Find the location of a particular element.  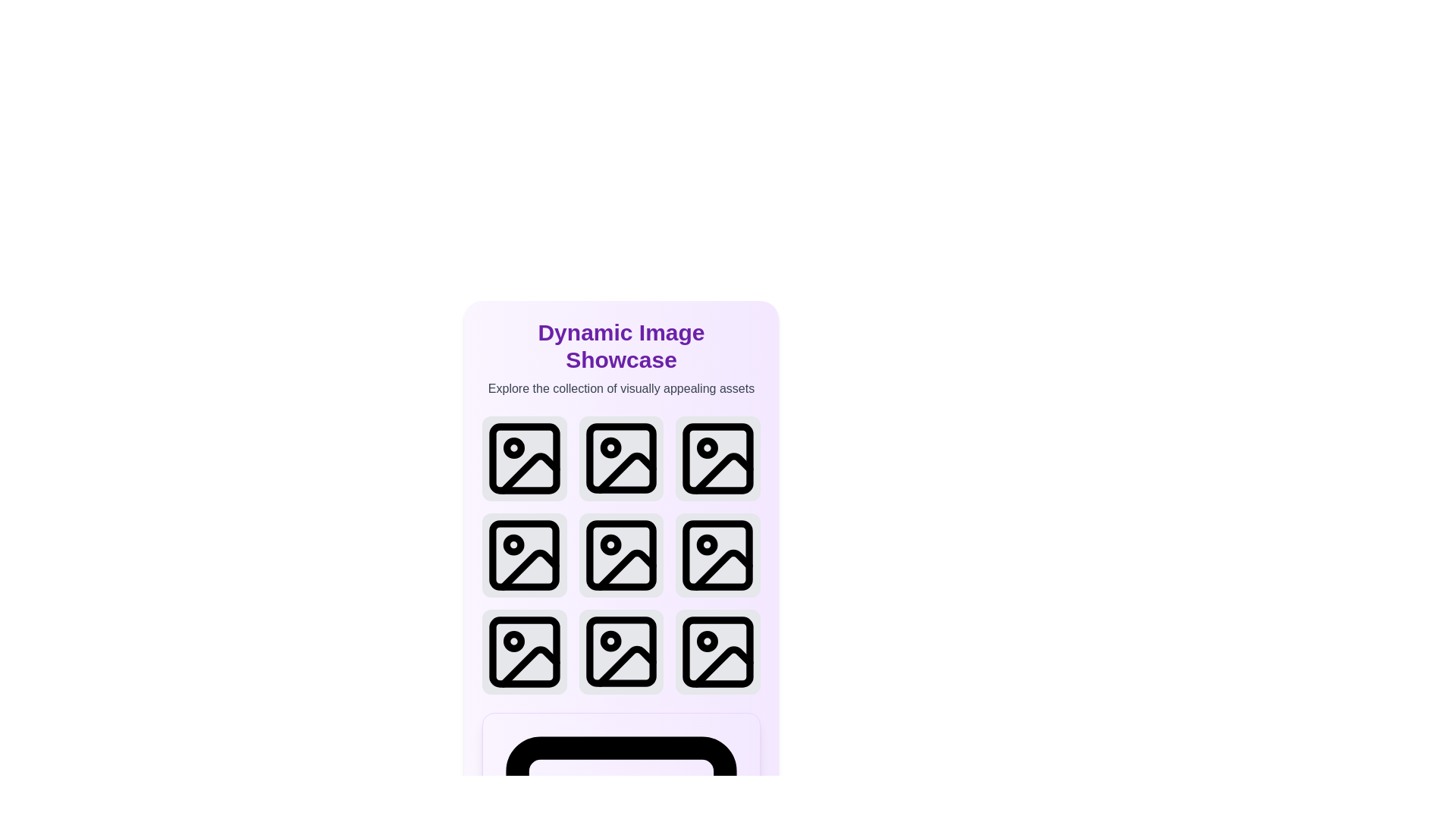

the visual arrangement of the decorative graphical element located in the third icon from the left in the top row of the grid layout, which is part of a collection of image-like layouts is located at coordinates (717, 457).